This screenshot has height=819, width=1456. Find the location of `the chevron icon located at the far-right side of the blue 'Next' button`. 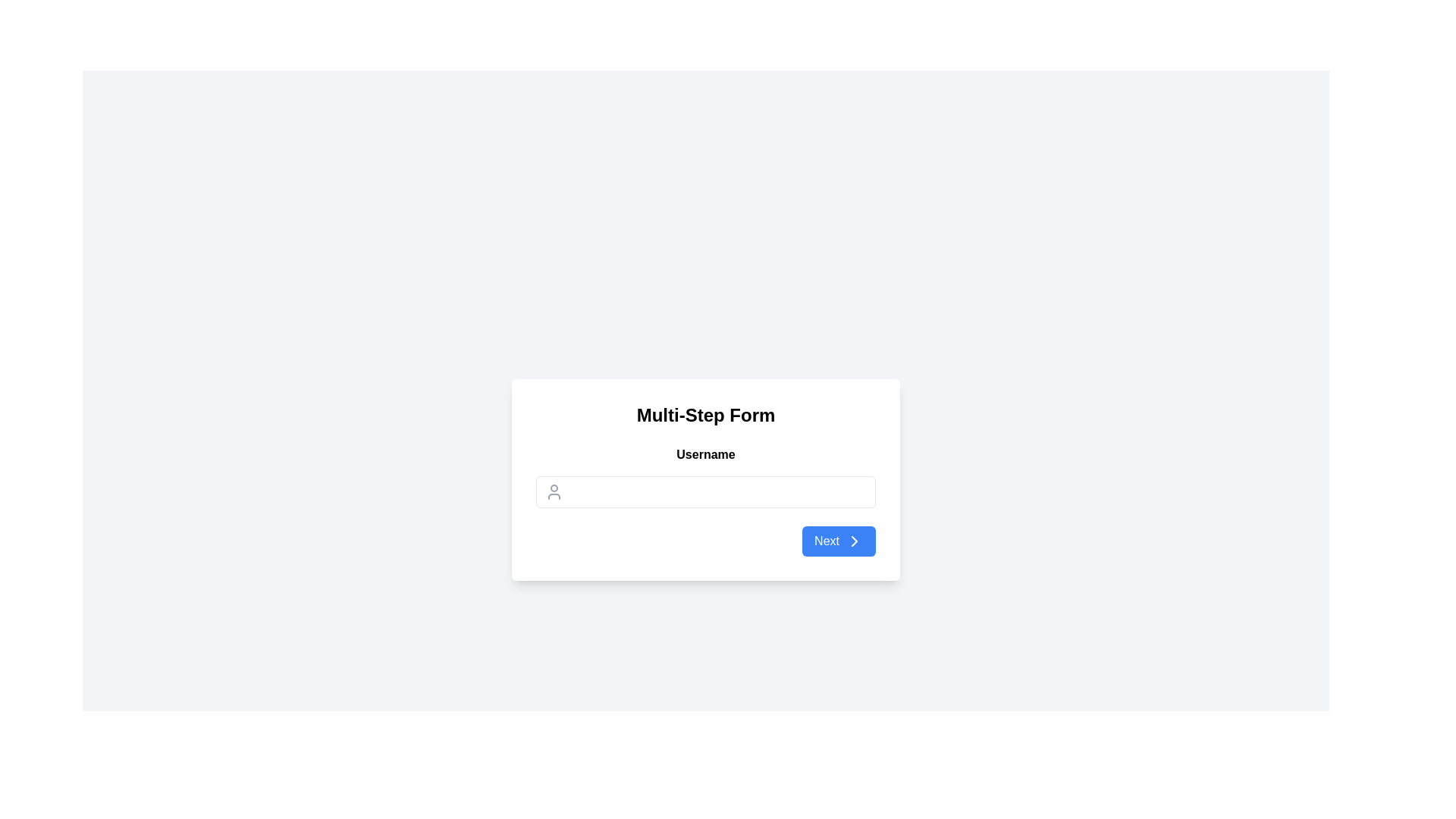

the chevron icon located at the far-right side of the blue 'Next' button is located at coordinates (855, 540).